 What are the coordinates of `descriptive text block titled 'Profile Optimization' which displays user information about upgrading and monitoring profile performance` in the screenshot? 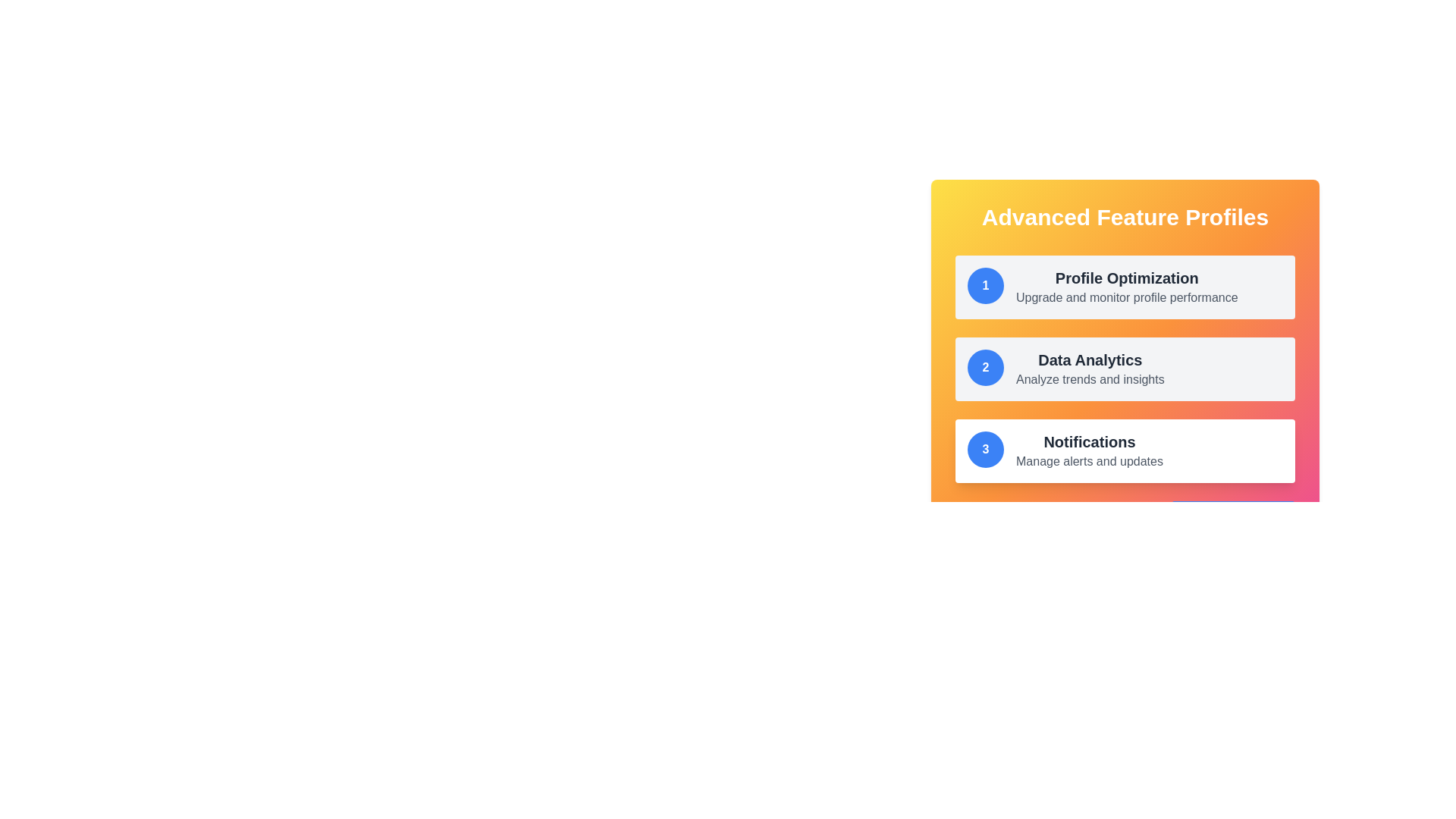 It's located at (1127, 287).